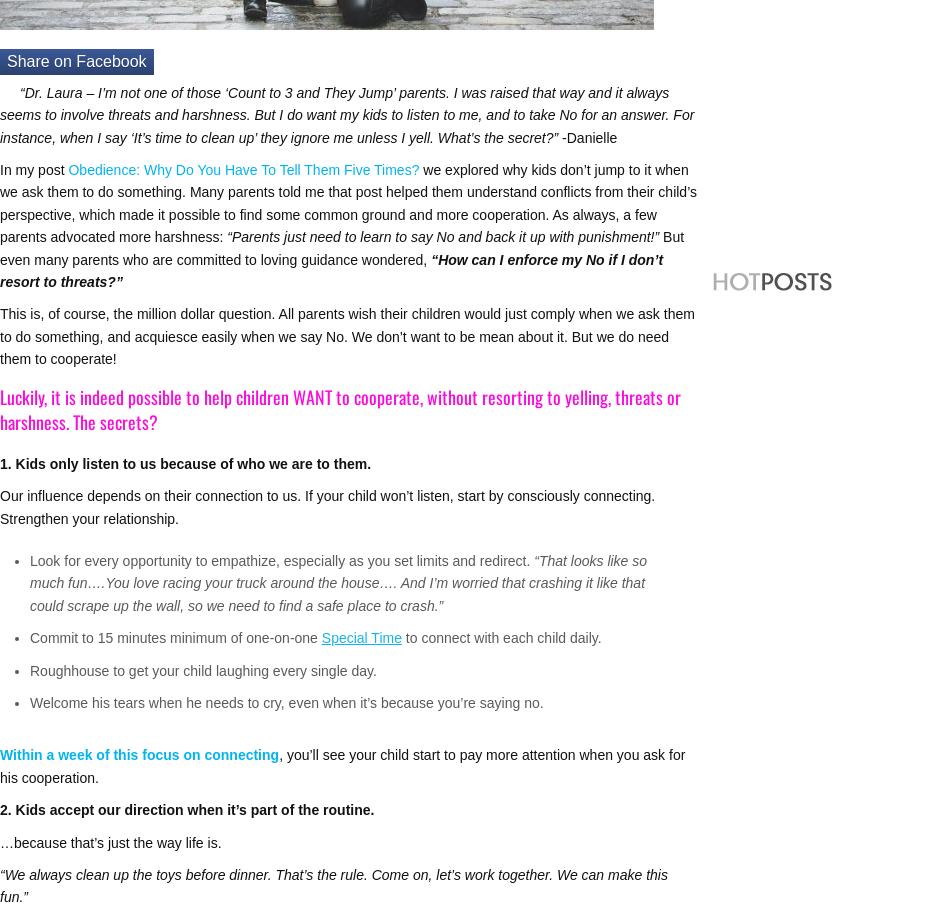 This screenshot has width=950, height=911. I want to click on 'Look for every opportunity to empathize, especially as you set limits and redirect.', so click(280, 559).